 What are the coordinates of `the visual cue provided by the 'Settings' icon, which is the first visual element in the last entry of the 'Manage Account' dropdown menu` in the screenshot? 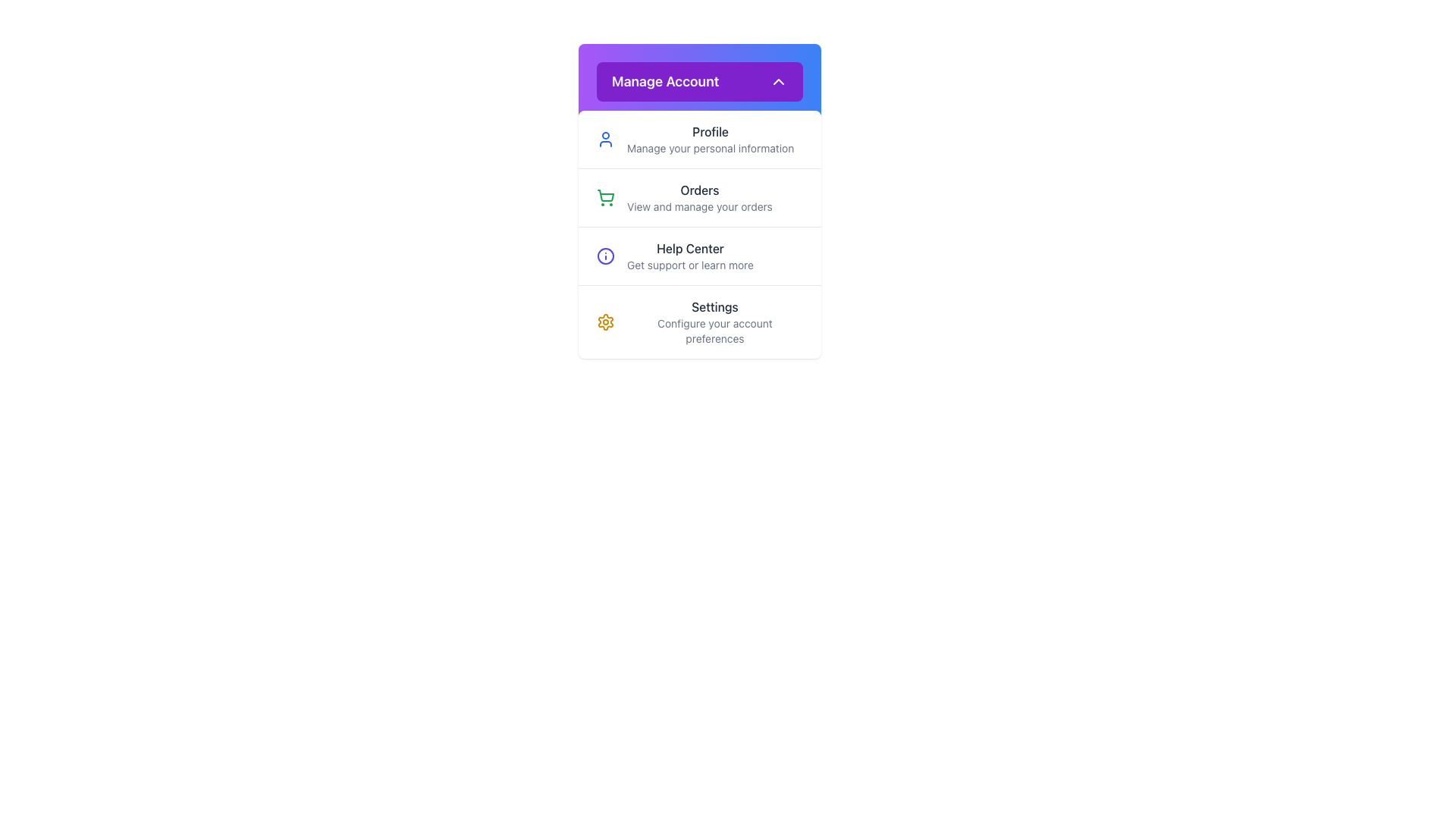 It's located at (604, 321).